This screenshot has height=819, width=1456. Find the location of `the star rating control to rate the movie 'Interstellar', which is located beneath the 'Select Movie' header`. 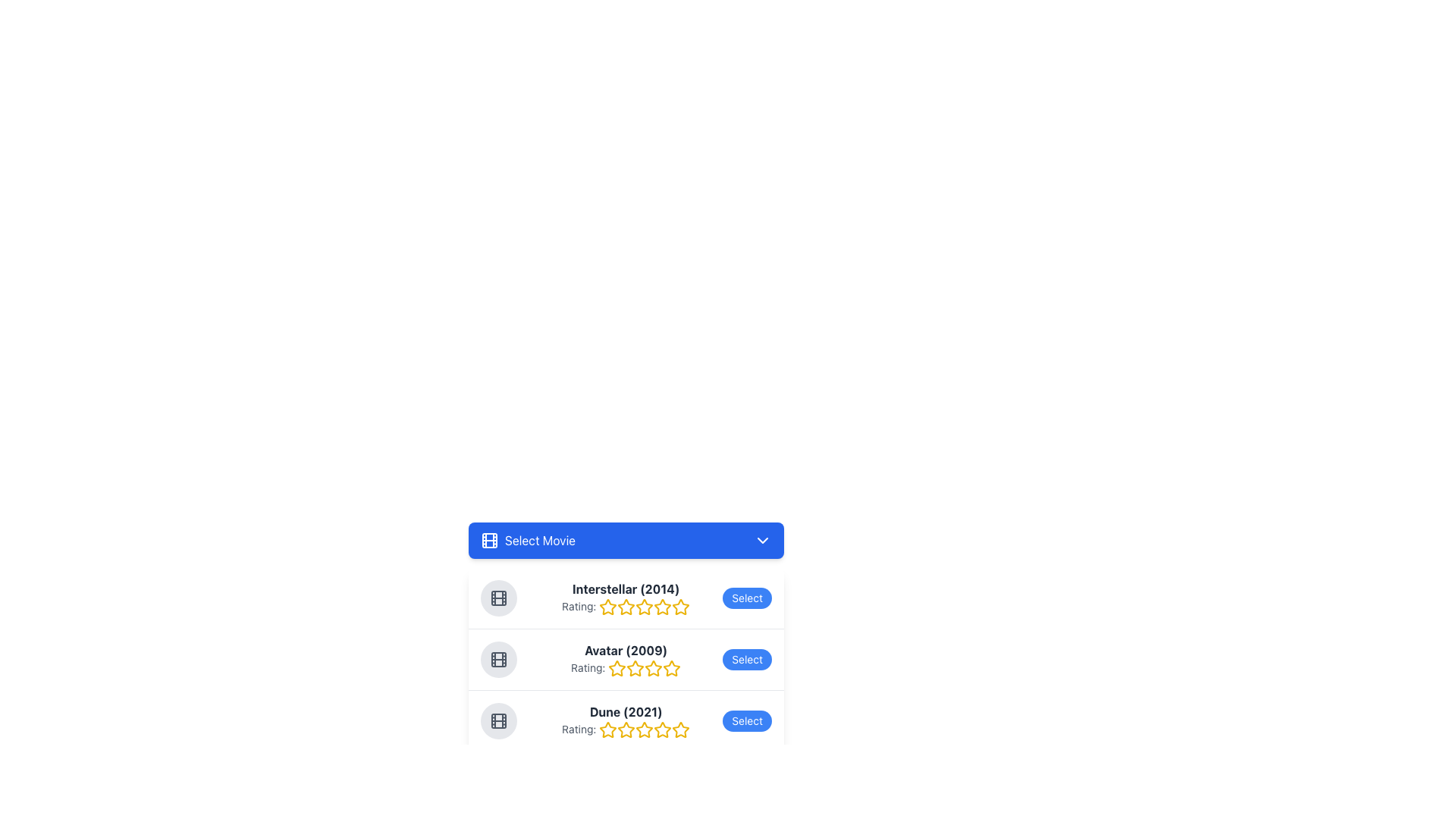

the star rating control to rate the movie 'Interstellar', which is located beneath the 'Select Movie' header is located at coordinates (626, 618).